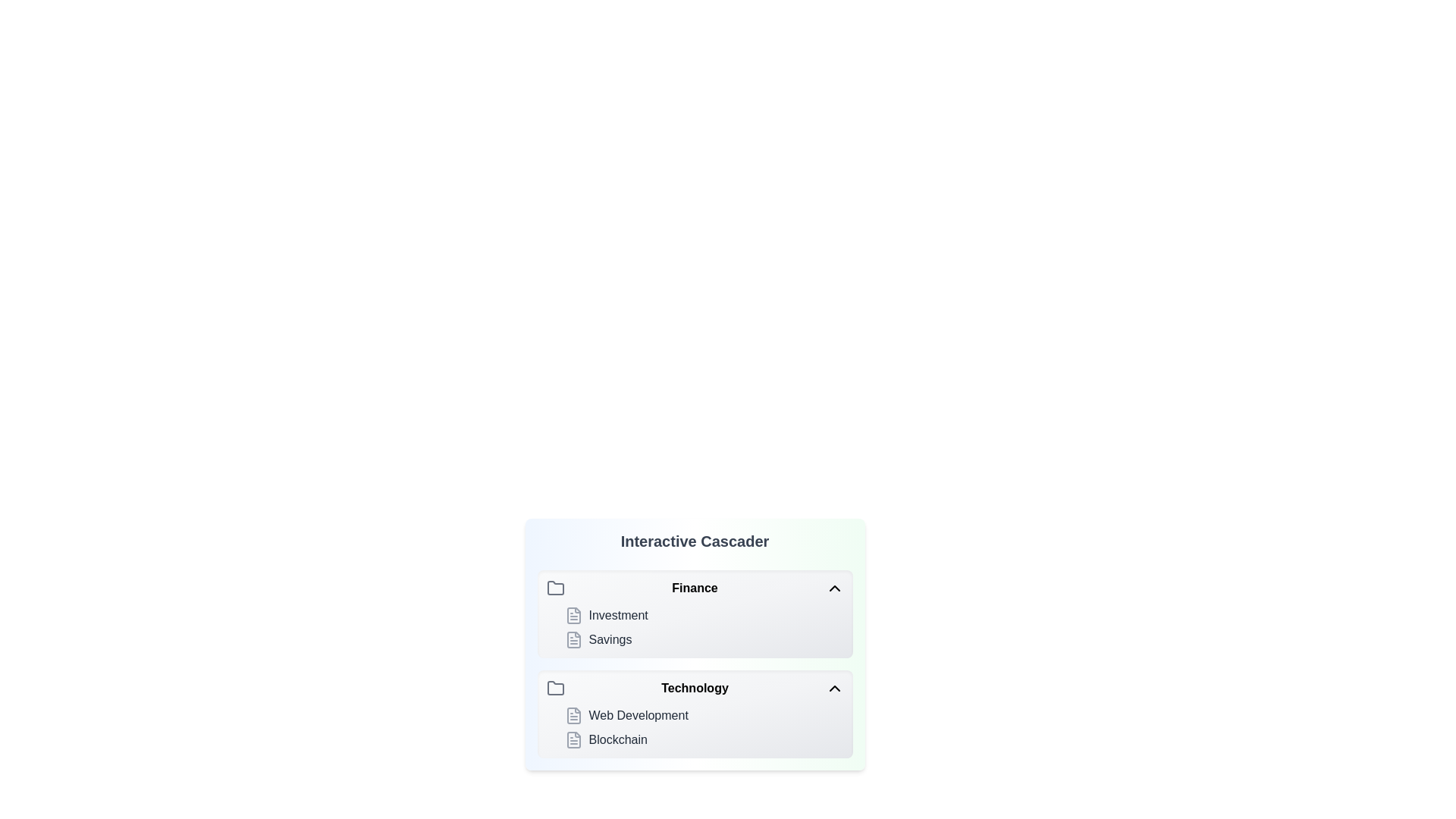  What do you see at coordinates (703, 739) in the screenshot?
I see `the 'Blockchain' selectable menu item located in the 'Technology' group` at bounding box center [703, 739].